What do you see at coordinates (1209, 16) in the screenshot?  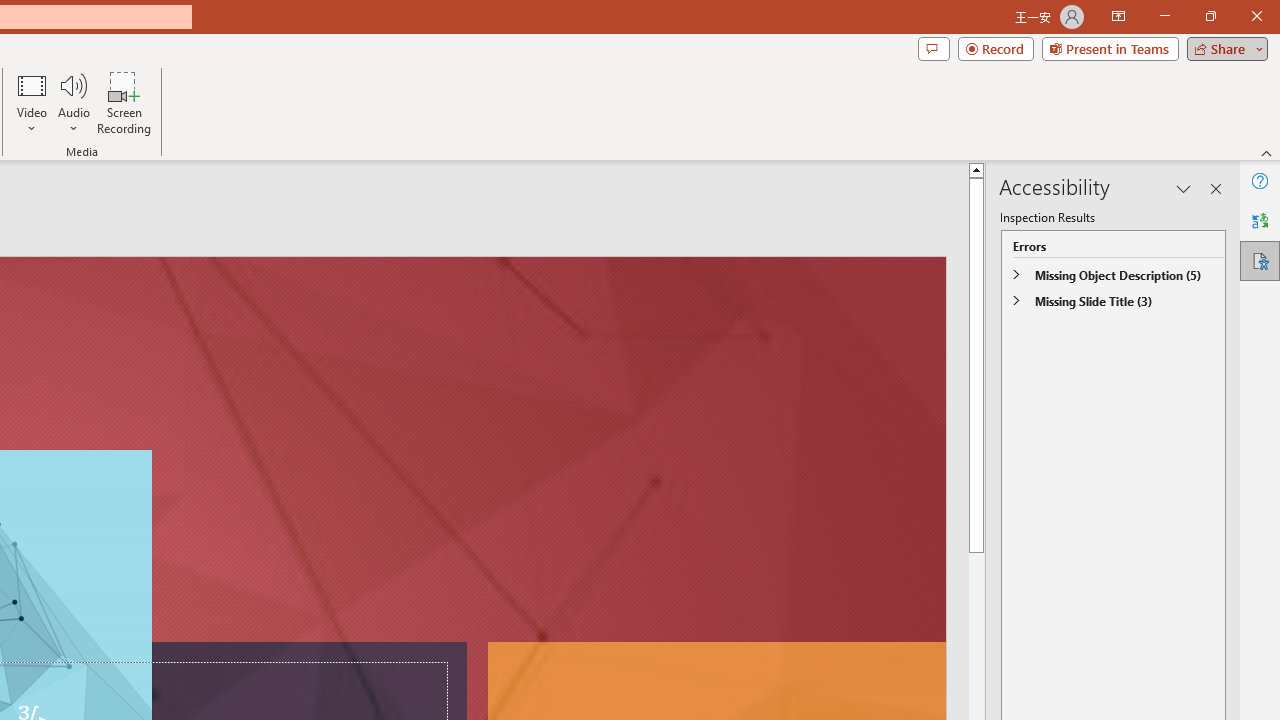 I see `'Restore Down'` at bounding box center [1209, 16].